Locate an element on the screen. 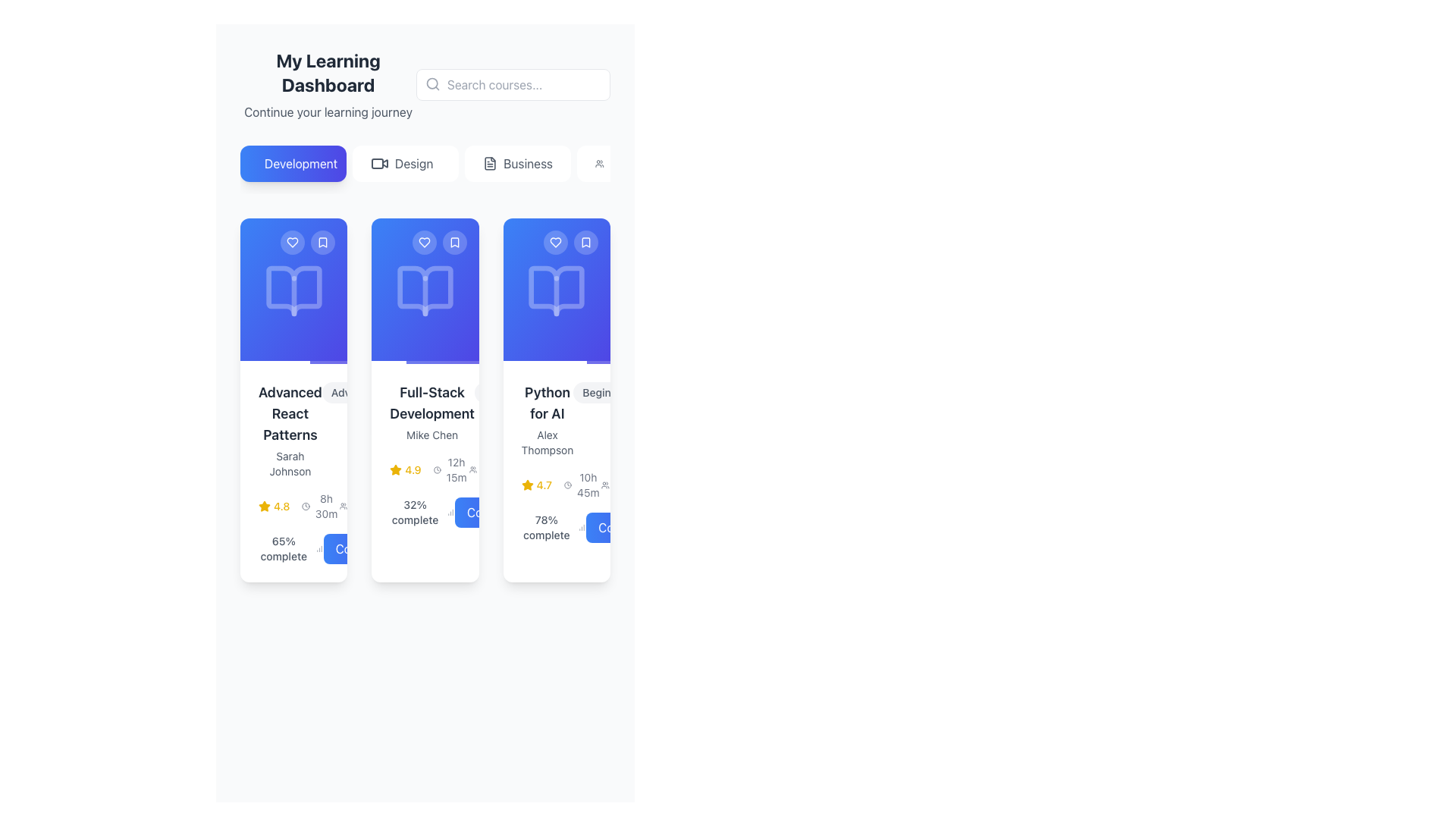 This screenshot has height=819, width=1456. the small gray outline icon displaying a bar chart with three vertical bars, located next to the text '65% complete' is located at coordinates (318, 549).